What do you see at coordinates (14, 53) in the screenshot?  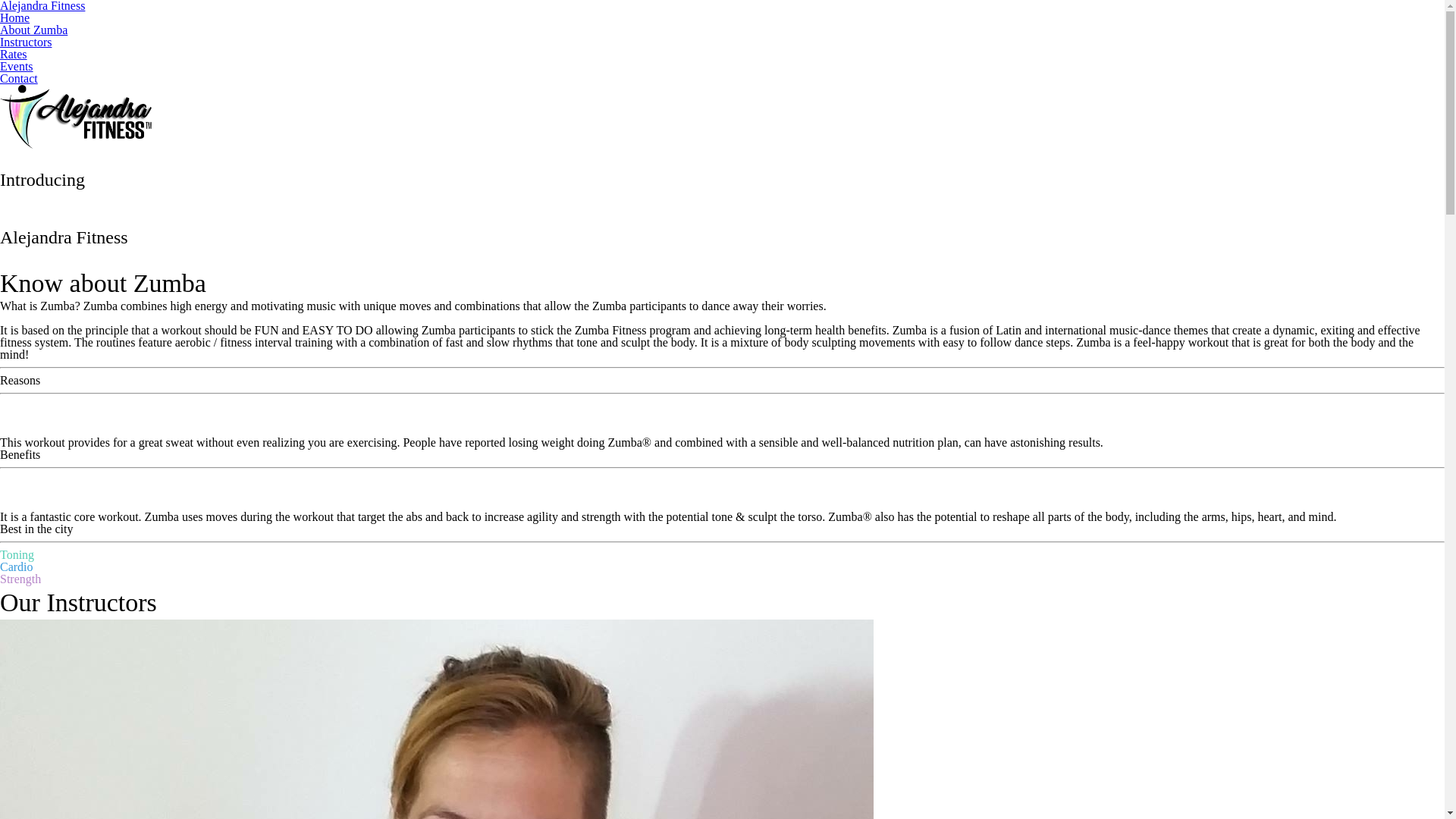 I see `'Rates'` at bounding box center [14, 53].